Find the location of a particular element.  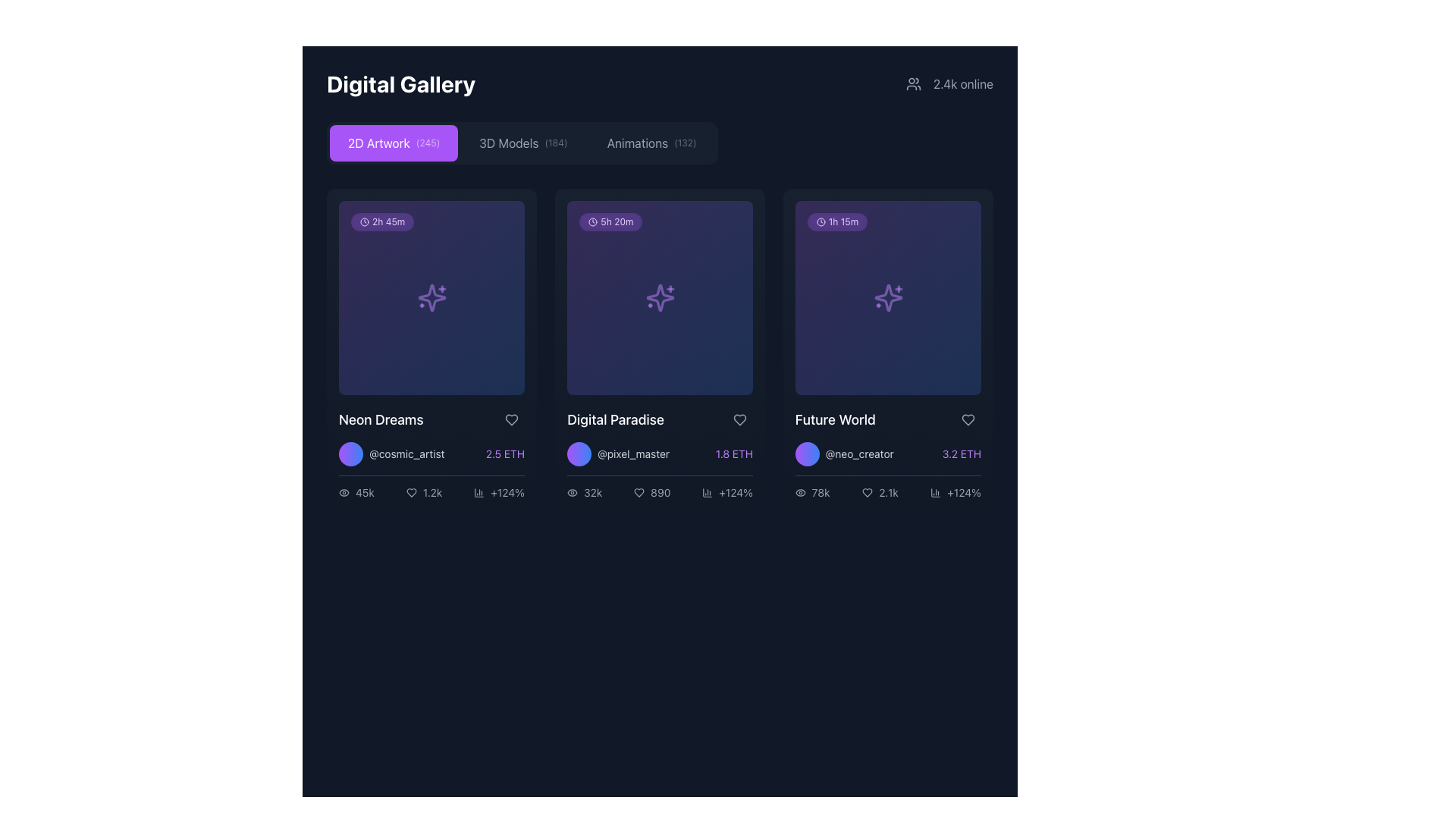

the decorative star-like icon with a glowing purple outline, which is centrally located within the third card of the gallery, directly beneath the '1h 15m' label is located at coordinates (888, 298).